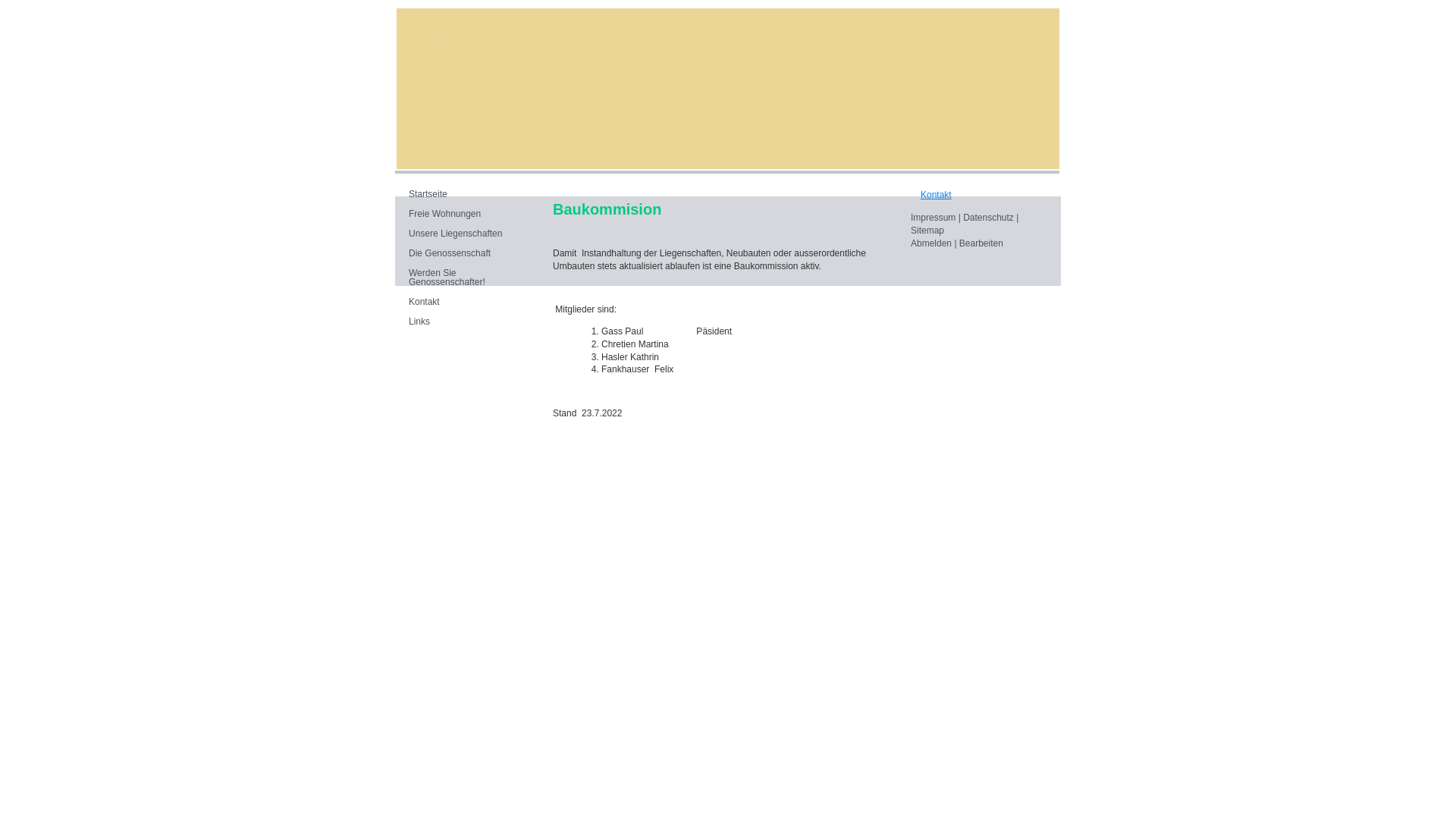  What do you see at coordinates (959, 242) in the screenshot?
I see `'Bearbeiten'` at bounding box center [959, 242].